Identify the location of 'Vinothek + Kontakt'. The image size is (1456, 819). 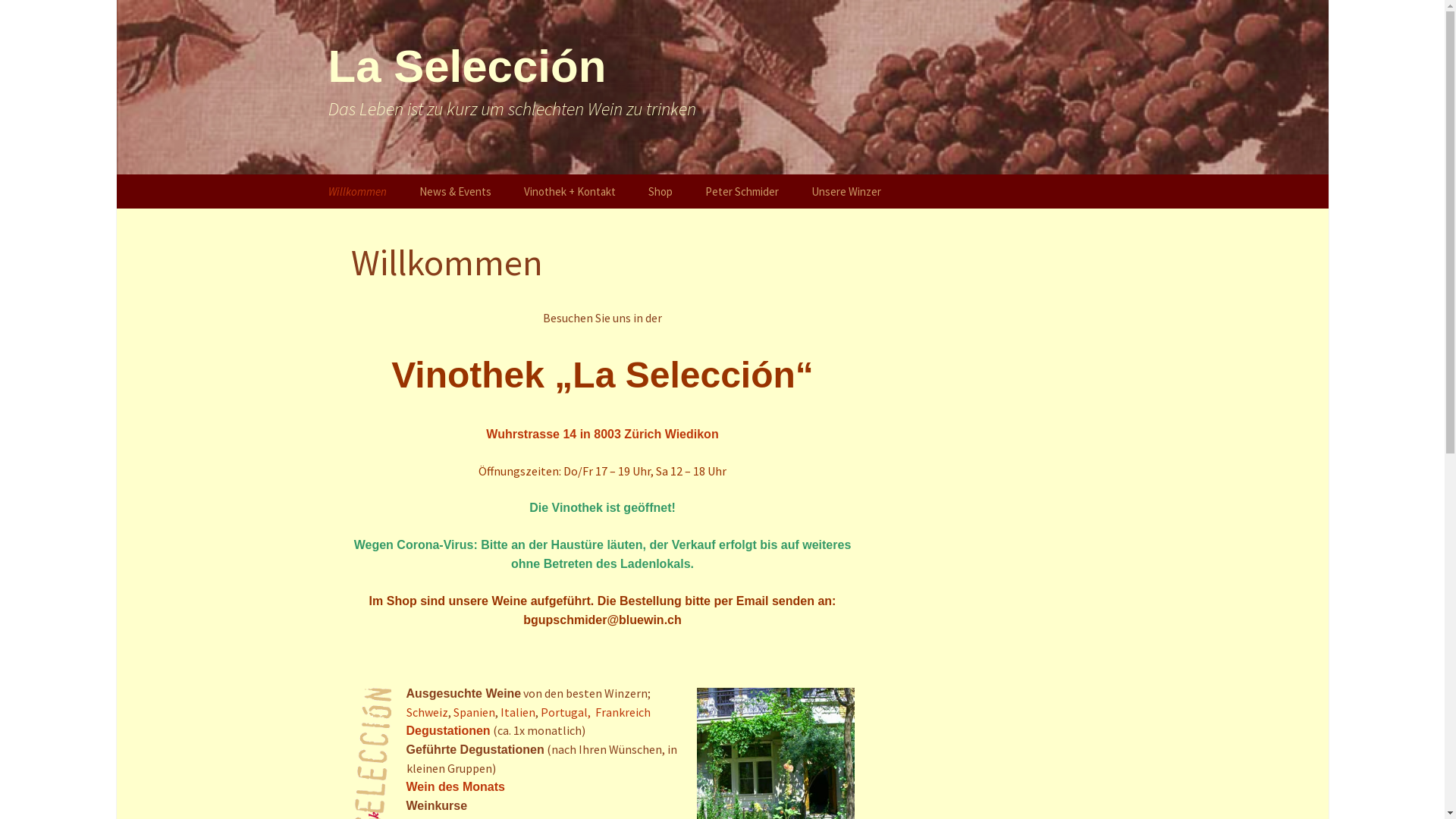
(568, 190).